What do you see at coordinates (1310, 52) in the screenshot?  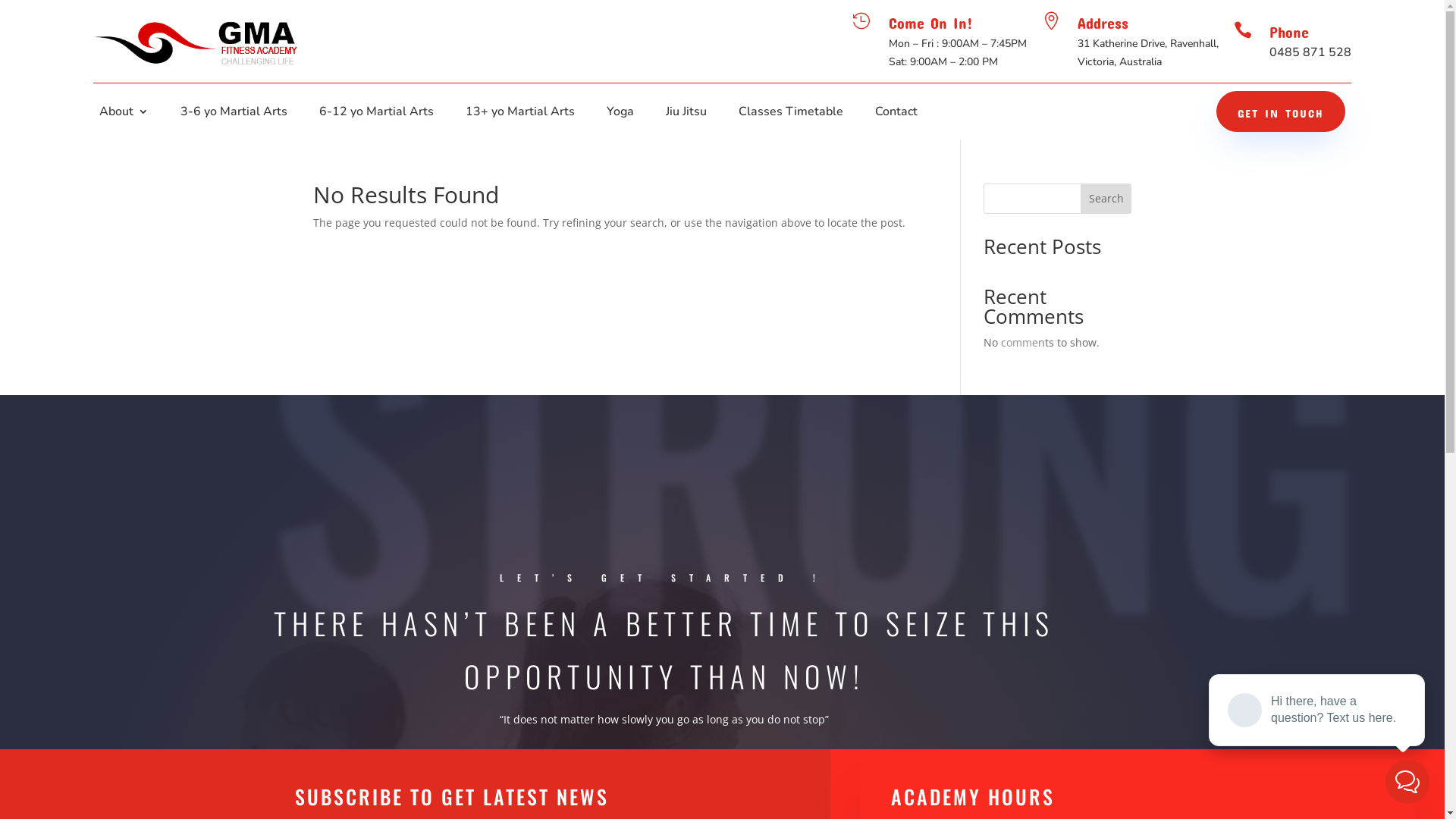 I see `'0485 871 528'` at bounding box center [1310, 52].